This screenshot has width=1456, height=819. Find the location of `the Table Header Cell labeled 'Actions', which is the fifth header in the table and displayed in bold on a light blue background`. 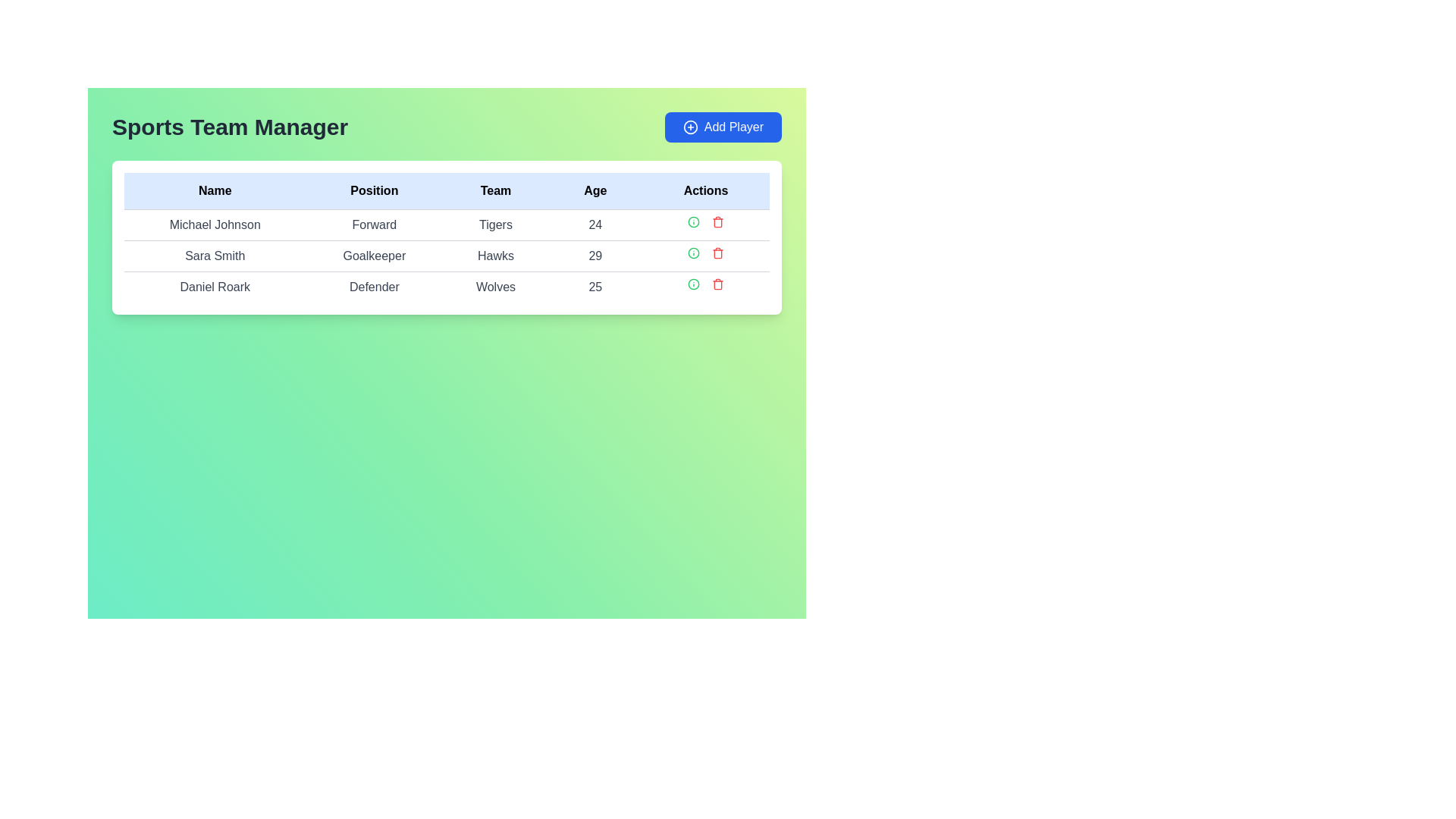

the Table Header Cell labeled 'Actions', which is the fifth header in the table and displayed in bold on a light blue background is located at coordinates (705, 190).